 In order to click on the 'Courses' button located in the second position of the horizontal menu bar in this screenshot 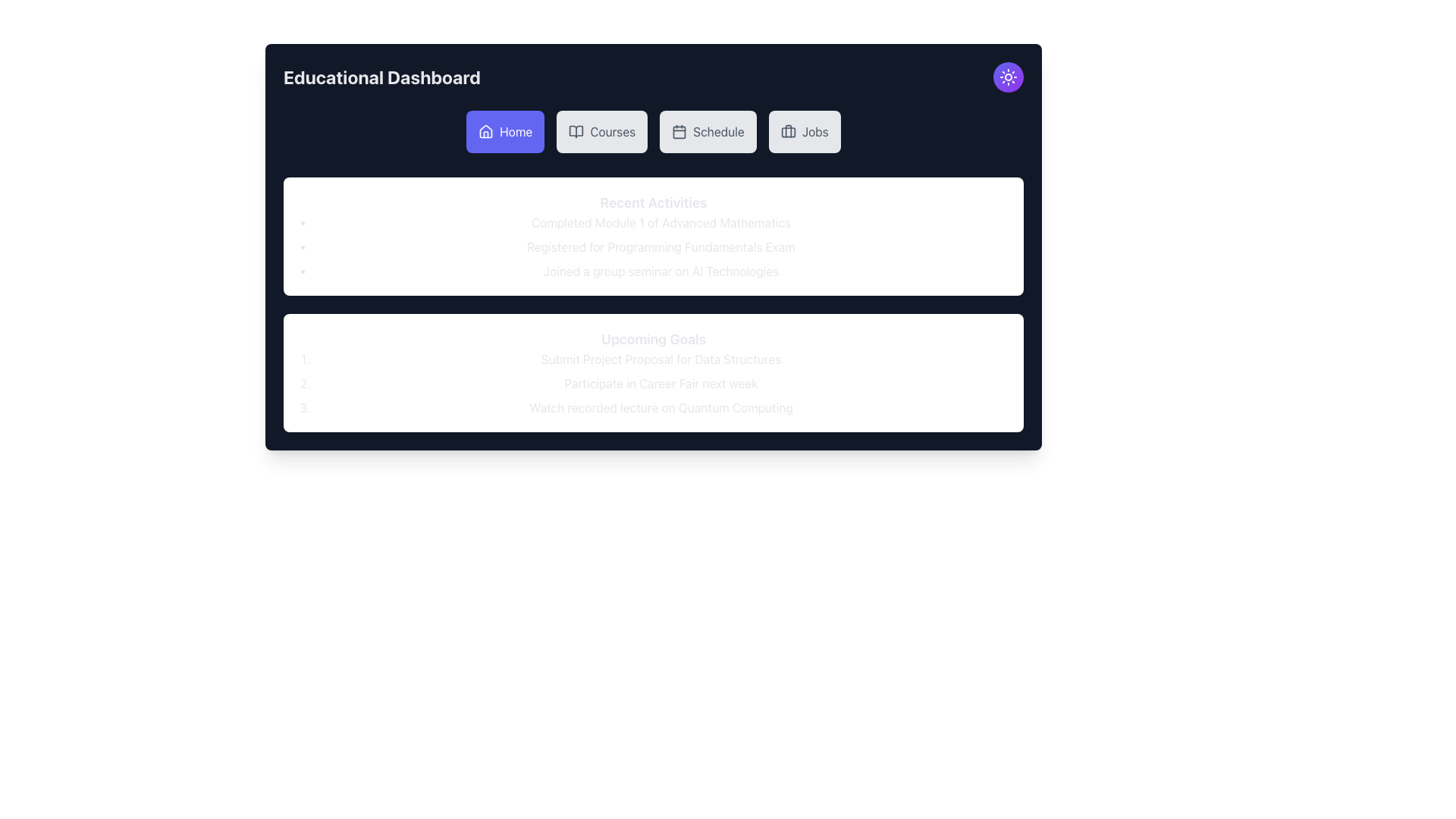, I will do `click(601, 130)`.